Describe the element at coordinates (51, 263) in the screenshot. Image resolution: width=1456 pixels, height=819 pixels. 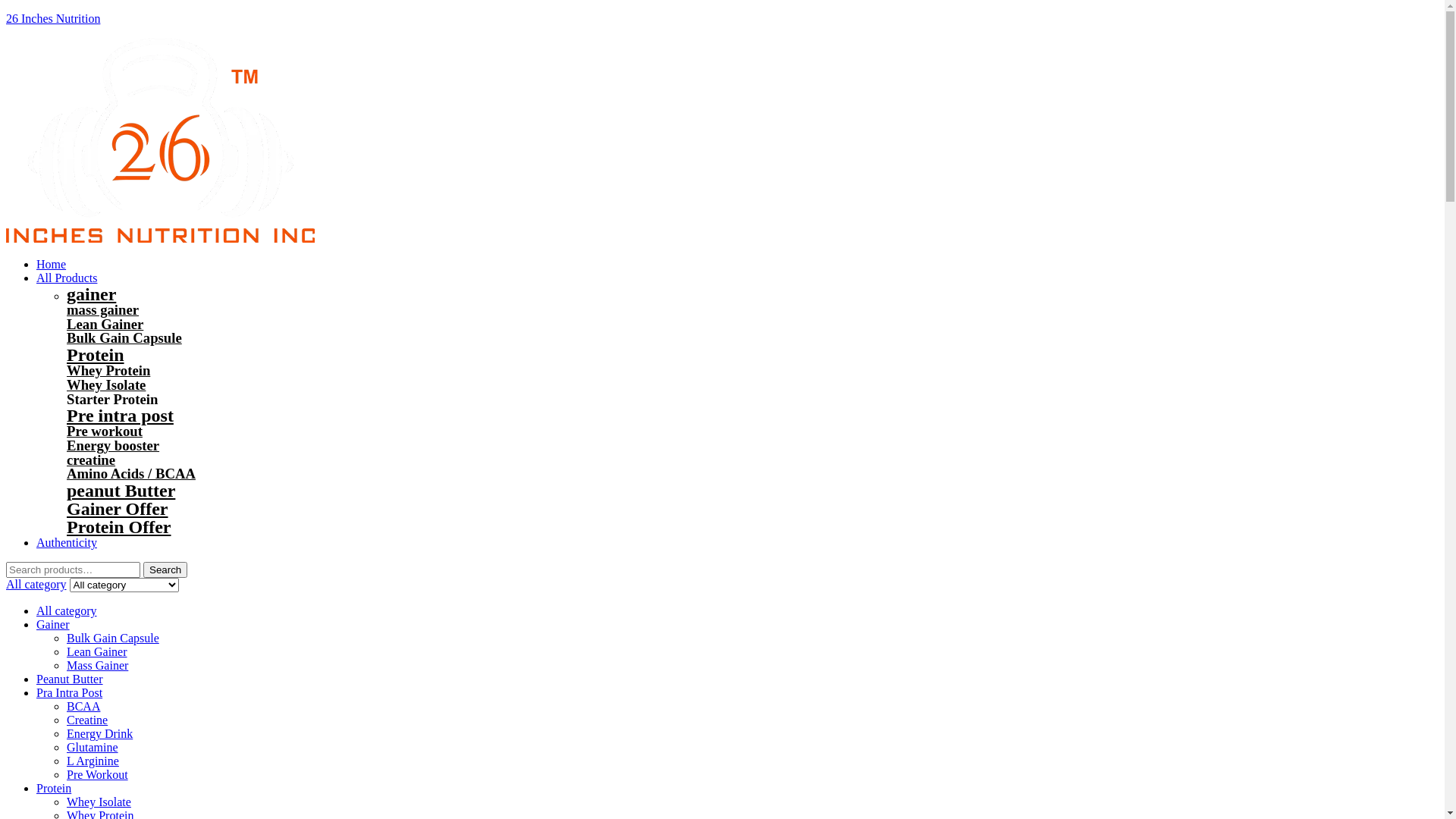
I see `'Home'` at that location.